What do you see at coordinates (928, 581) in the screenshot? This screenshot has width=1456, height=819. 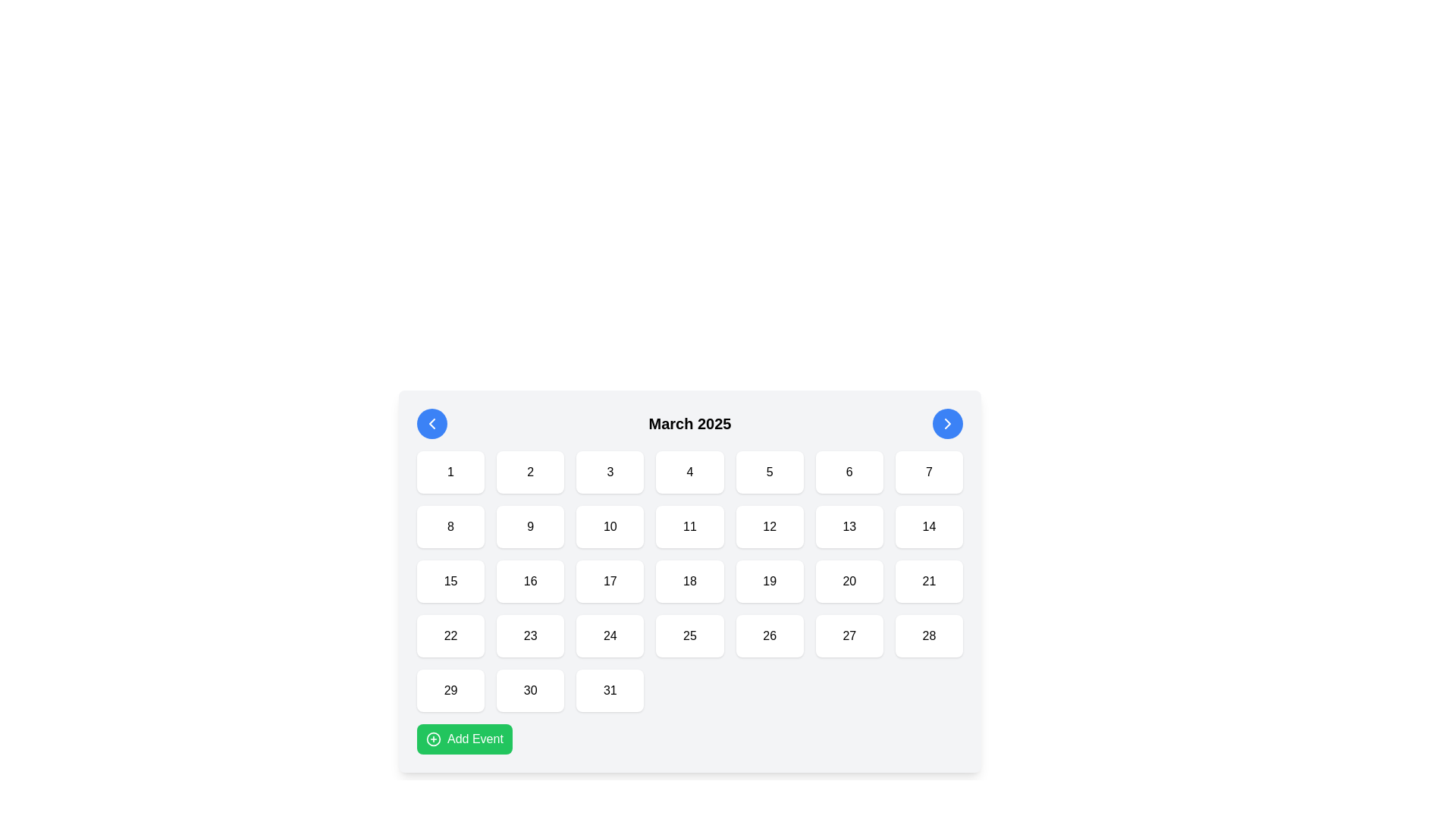 I see `the Calendar Day Cell representing the 21st day in the calendar, located in the sixth row and third column of the grid` at bounding box center [928, 581].